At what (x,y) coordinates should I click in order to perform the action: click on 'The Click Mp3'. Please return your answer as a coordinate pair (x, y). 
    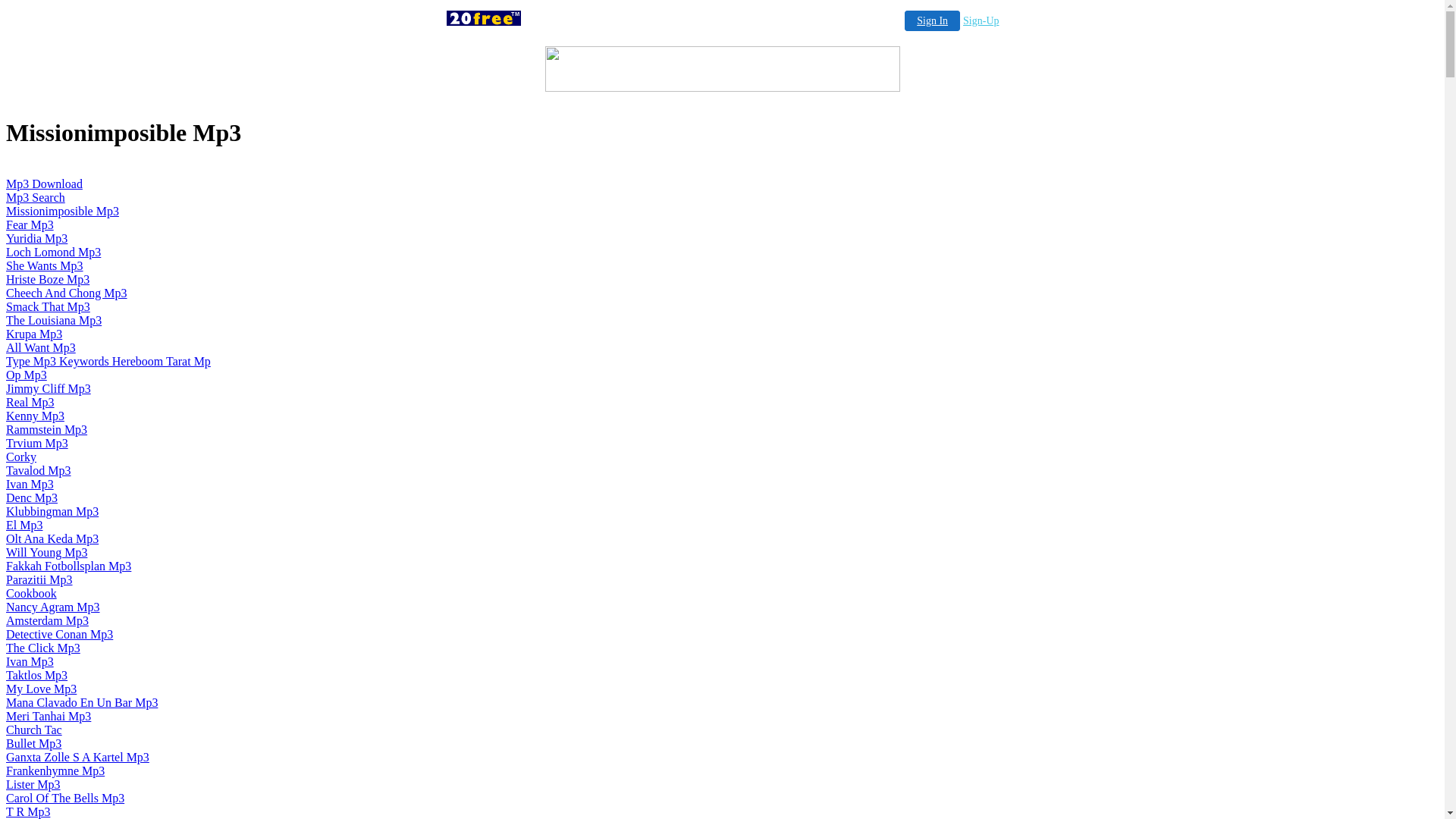
    Looking at the image, I should click on (43, 648).